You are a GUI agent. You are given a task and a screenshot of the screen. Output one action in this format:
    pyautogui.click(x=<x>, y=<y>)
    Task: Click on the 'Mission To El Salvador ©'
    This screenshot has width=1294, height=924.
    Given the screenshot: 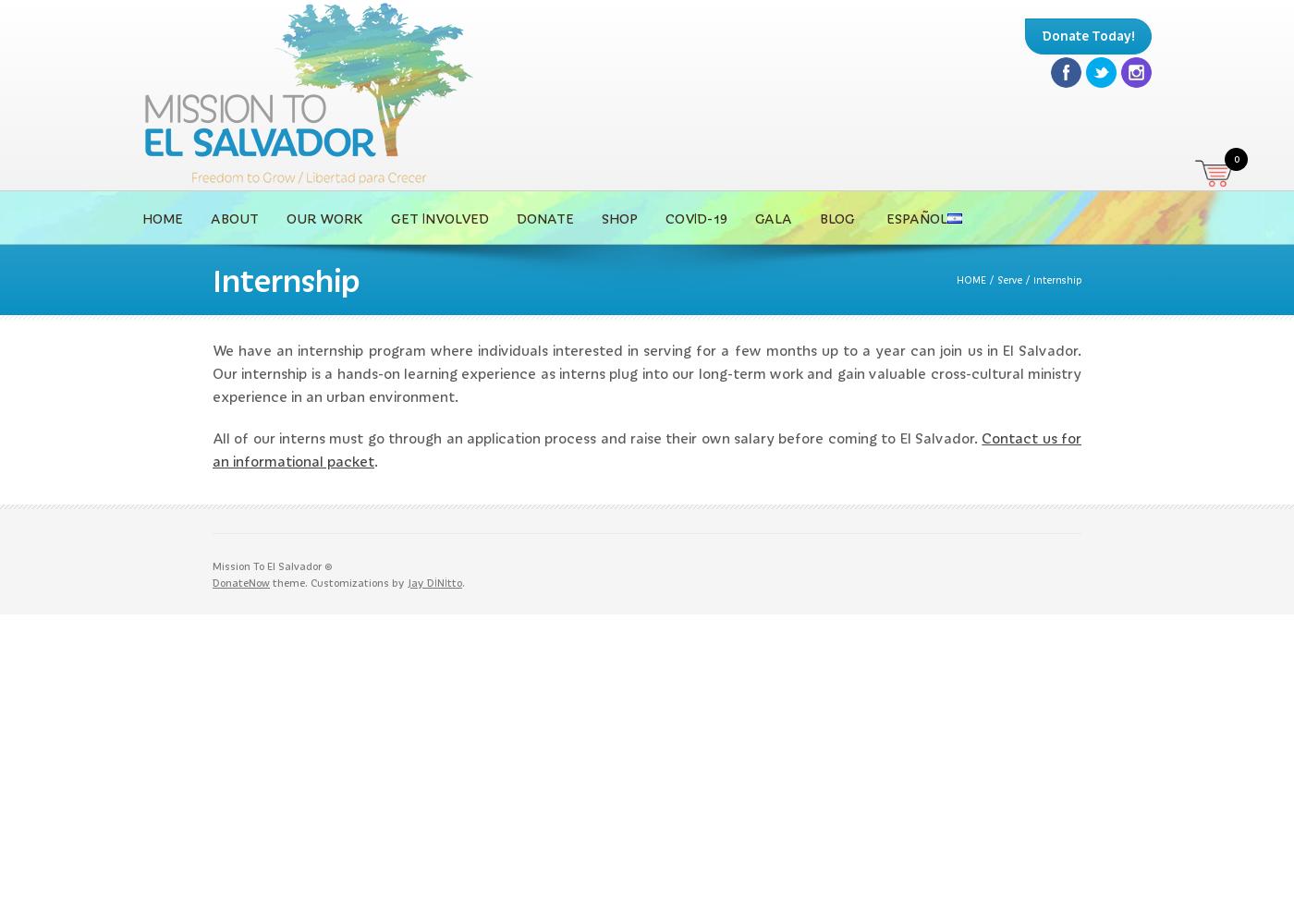 What is the action you would take?
    pyautogui.click(x=272, y=564)
    